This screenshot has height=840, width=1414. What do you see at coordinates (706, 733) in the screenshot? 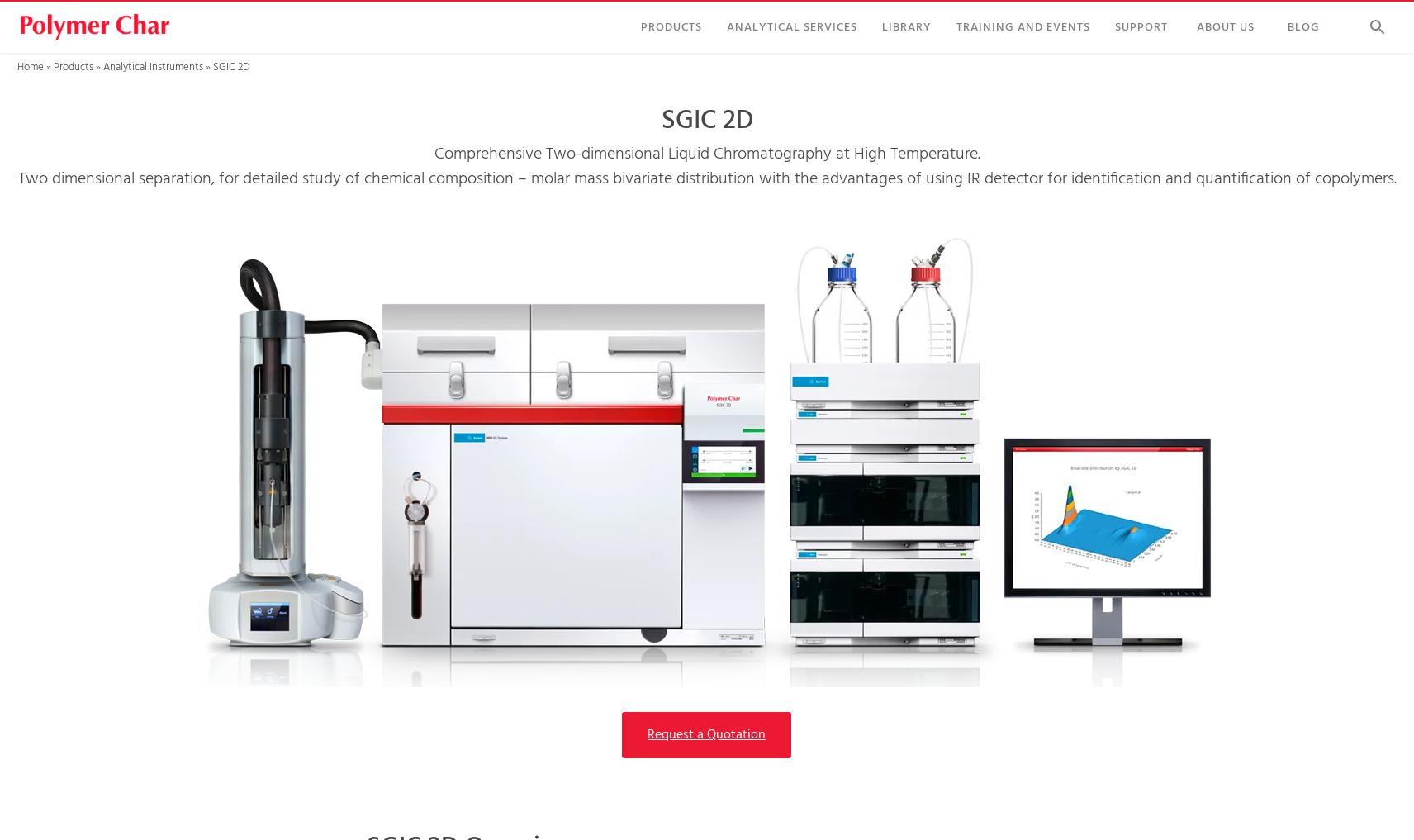
I see `'Request a Quotation'` at bounding box center [706, 733].